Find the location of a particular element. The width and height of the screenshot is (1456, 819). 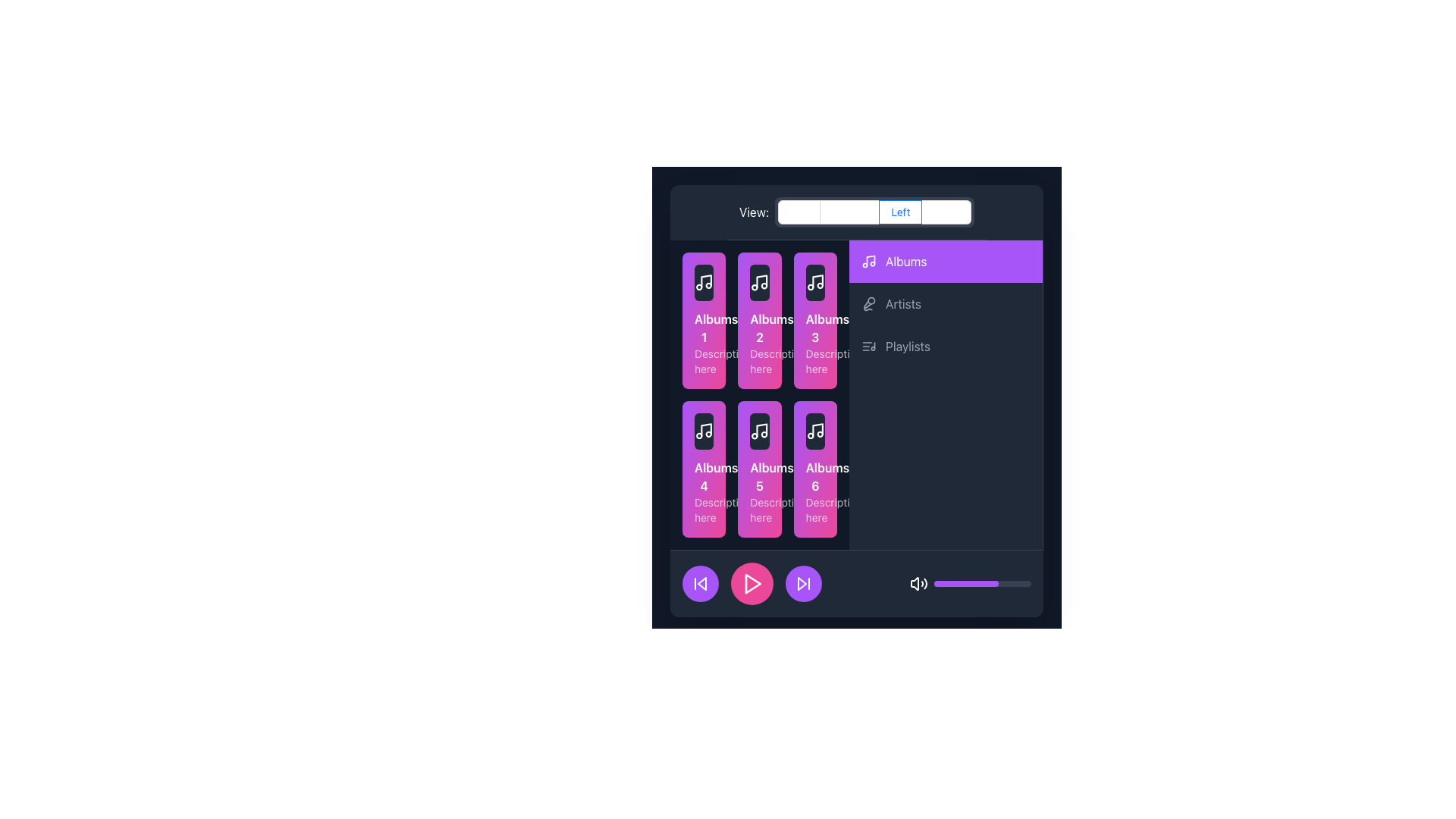

the slider is located at coordinates (963, 583).